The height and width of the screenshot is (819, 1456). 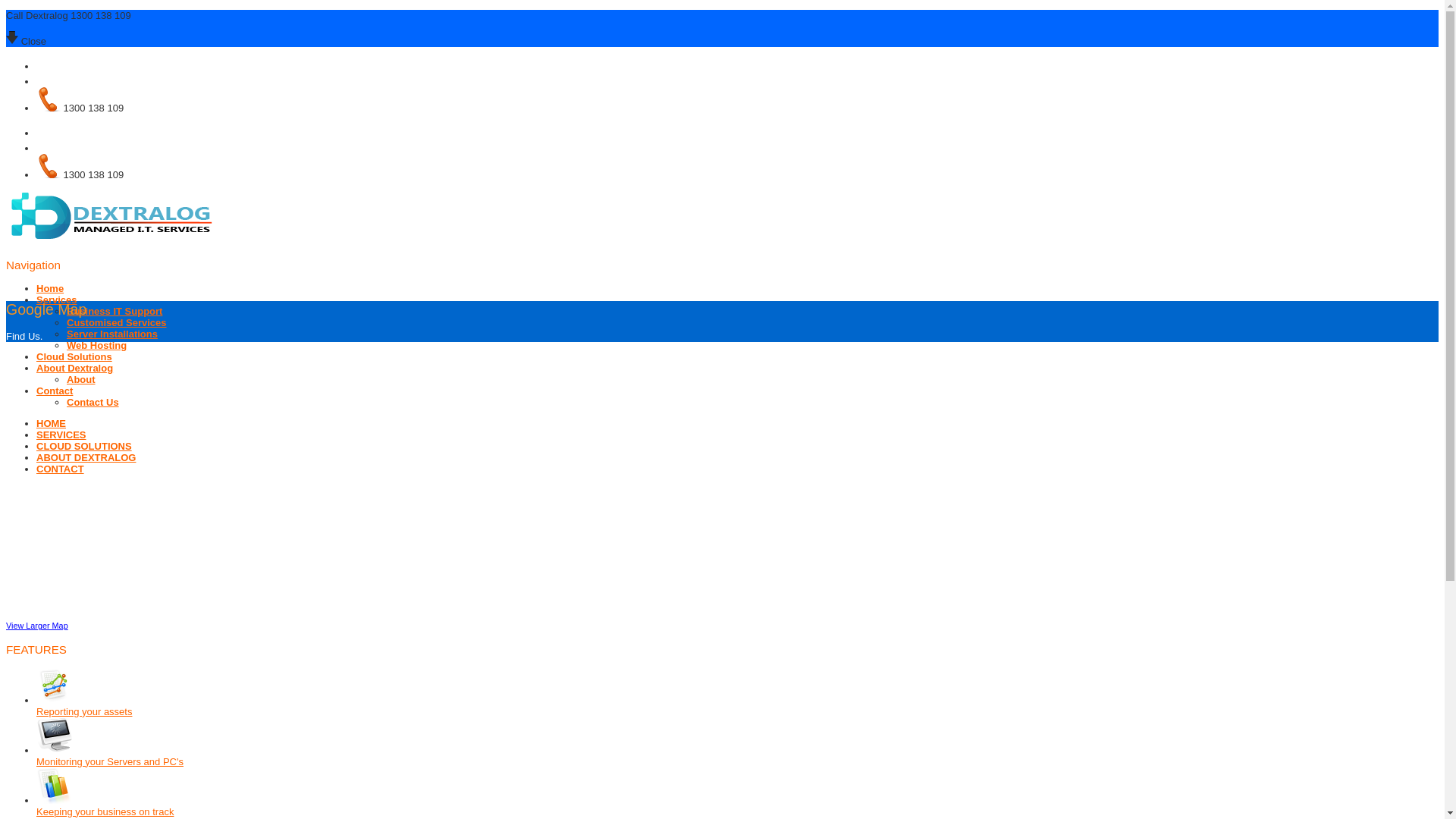 I want to click on 'Cloud Solutions', so click(x=73, y=356).